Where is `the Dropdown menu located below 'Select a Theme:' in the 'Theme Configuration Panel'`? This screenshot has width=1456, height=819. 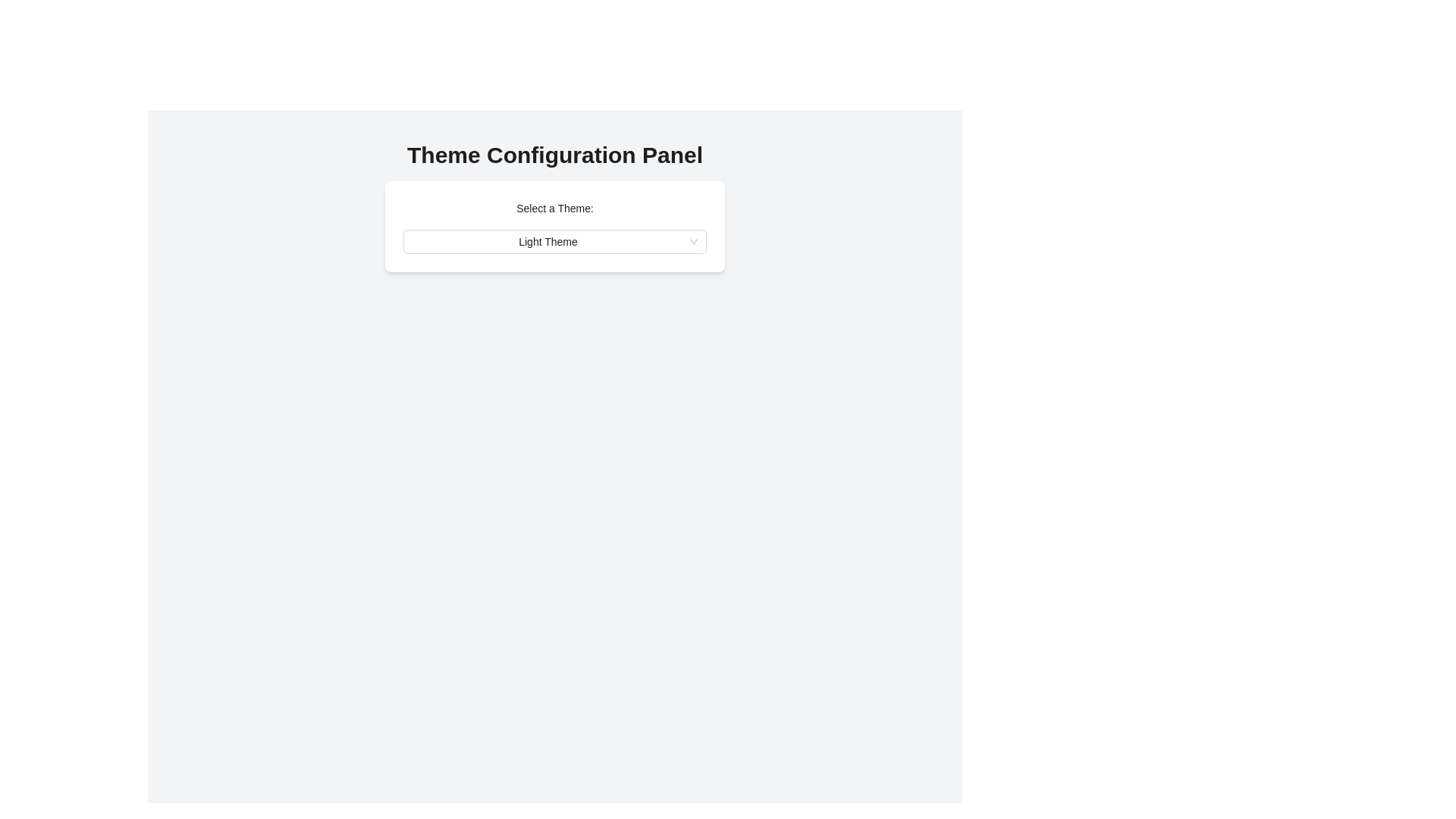 the Dropdown menu located below 'Select a Theme:' in the 'Theme Configuration Panel' is located at coordinates (554, 241).